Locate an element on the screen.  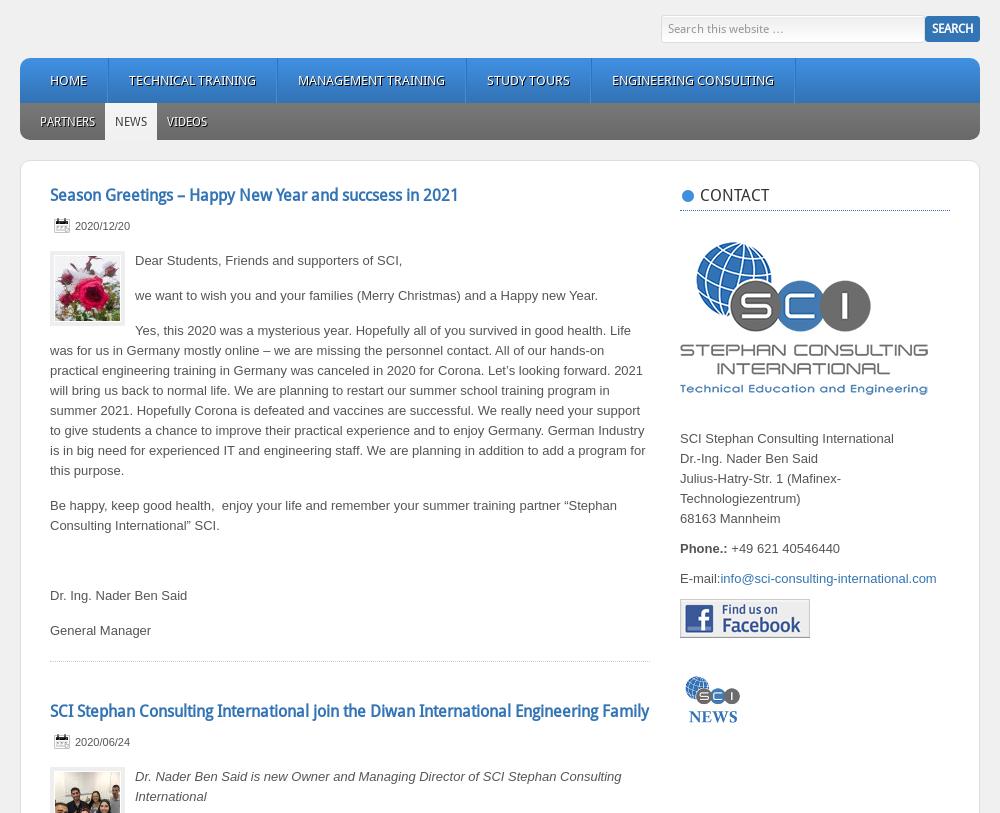
'2020/12/20' is located at coordinates (101, 225).